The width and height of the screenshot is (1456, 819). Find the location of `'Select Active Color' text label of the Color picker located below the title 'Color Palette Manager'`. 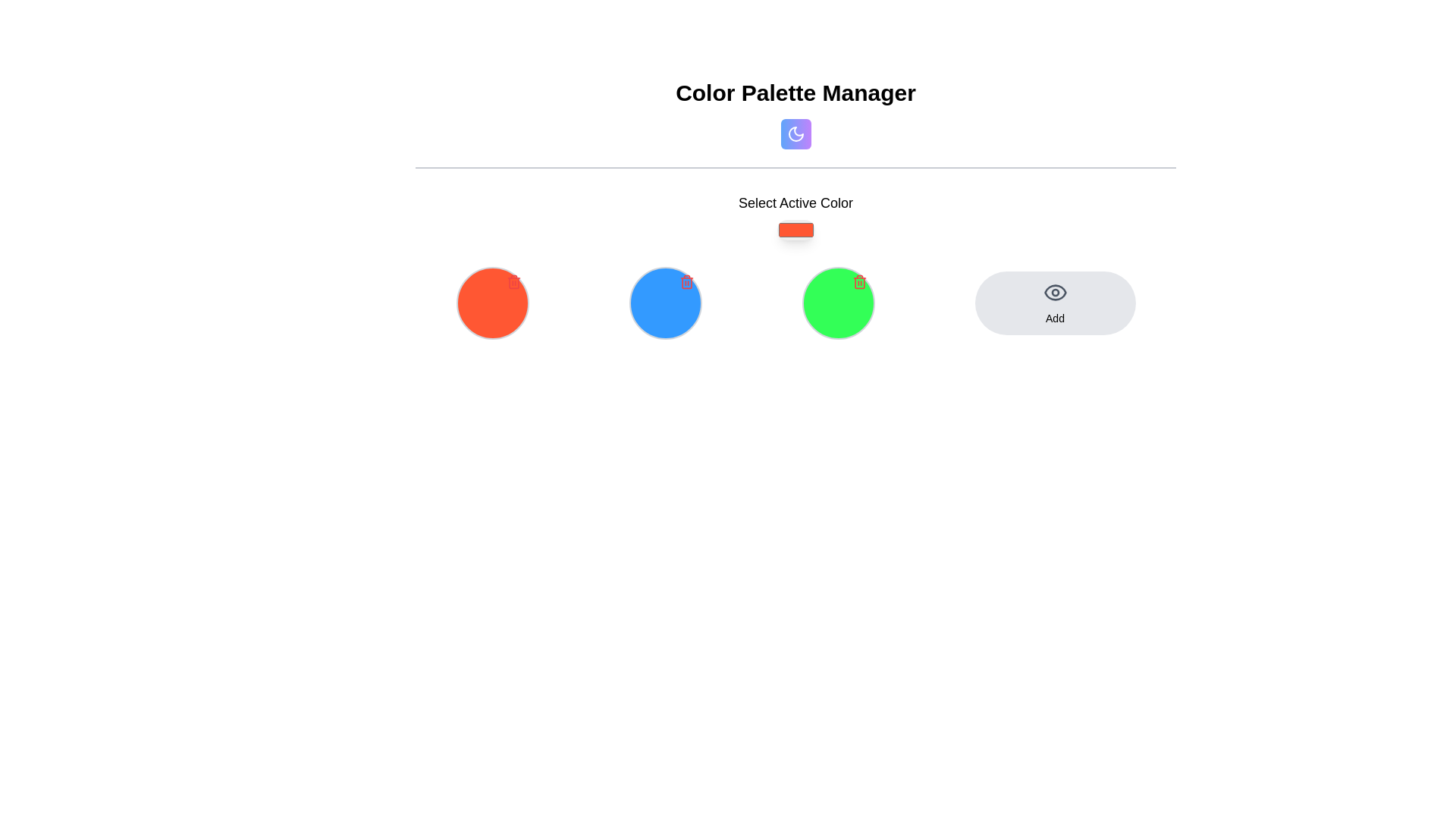

'Select Active Color' text label of the Color picker located below the title 'Color Palette Manager' is located at coordinates (795, 217).